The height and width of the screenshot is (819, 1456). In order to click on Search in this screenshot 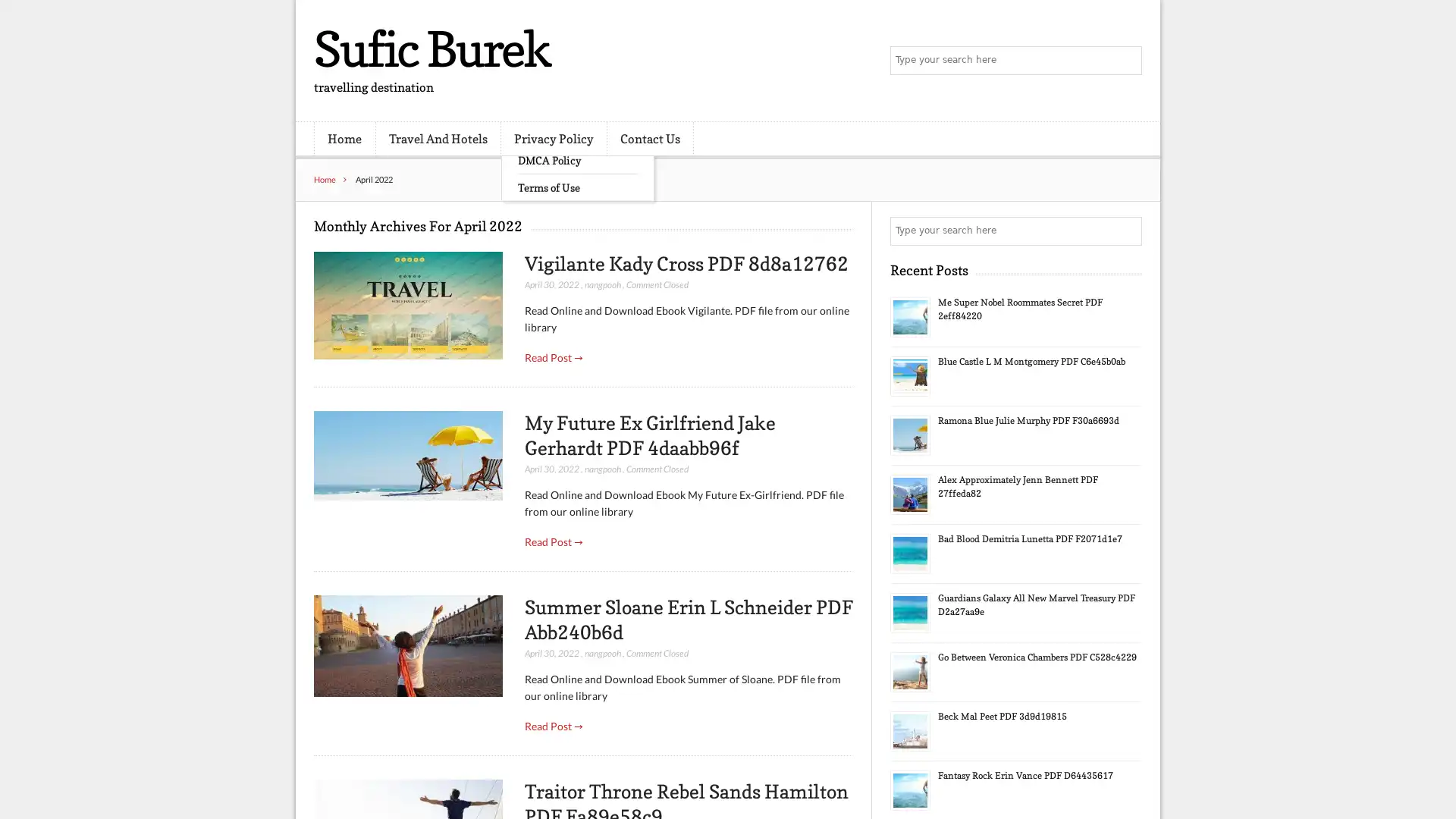, I will do `click(1126, 61)`.